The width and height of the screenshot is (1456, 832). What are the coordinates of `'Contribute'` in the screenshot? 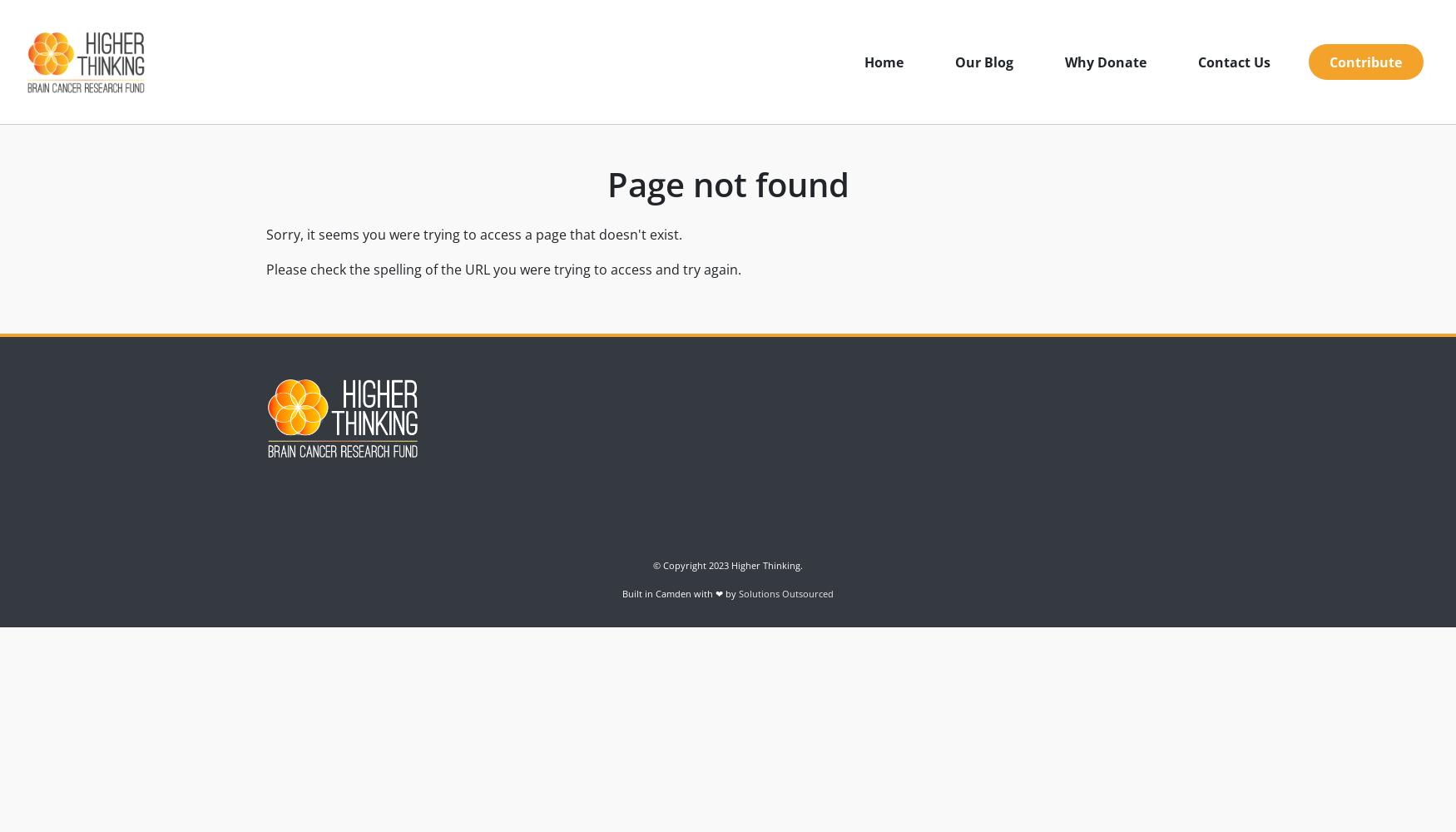 It's located at (1329, 61).